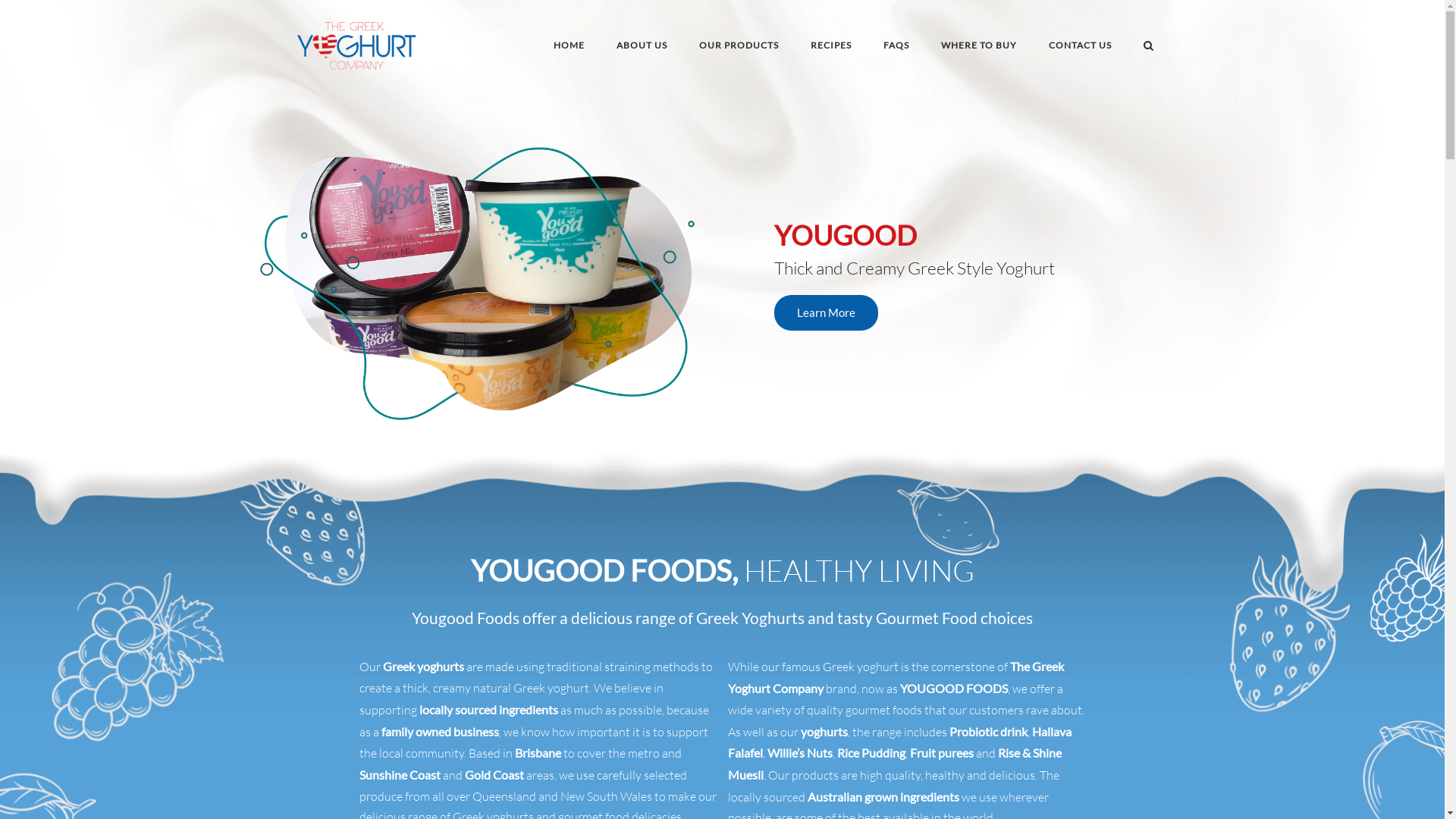 This screenshot has height=819, width=1456. Describe the element at coordinates (978, 46) in the screenshot. I see `'WHERE TO BUY'` at that location.